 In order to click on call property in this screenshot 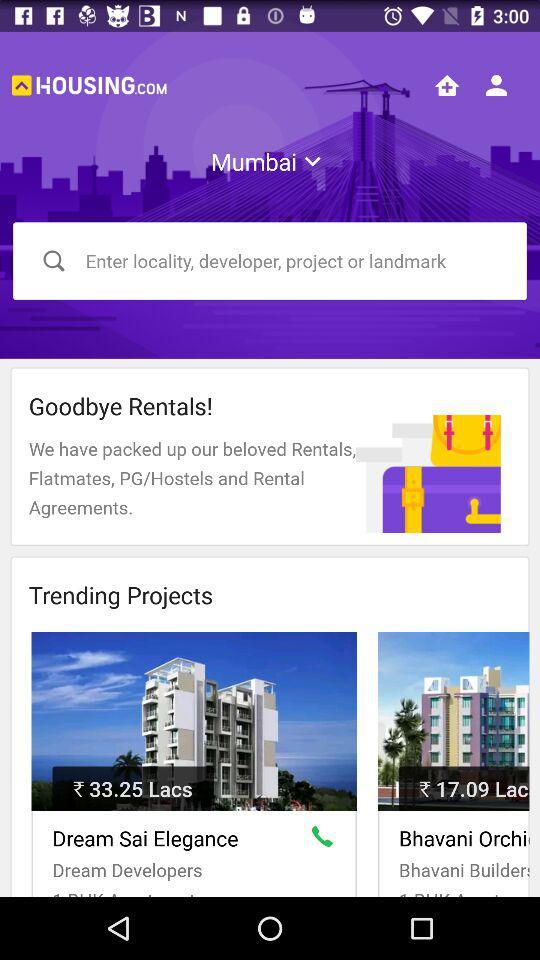, I will do `click(326, 840)`.